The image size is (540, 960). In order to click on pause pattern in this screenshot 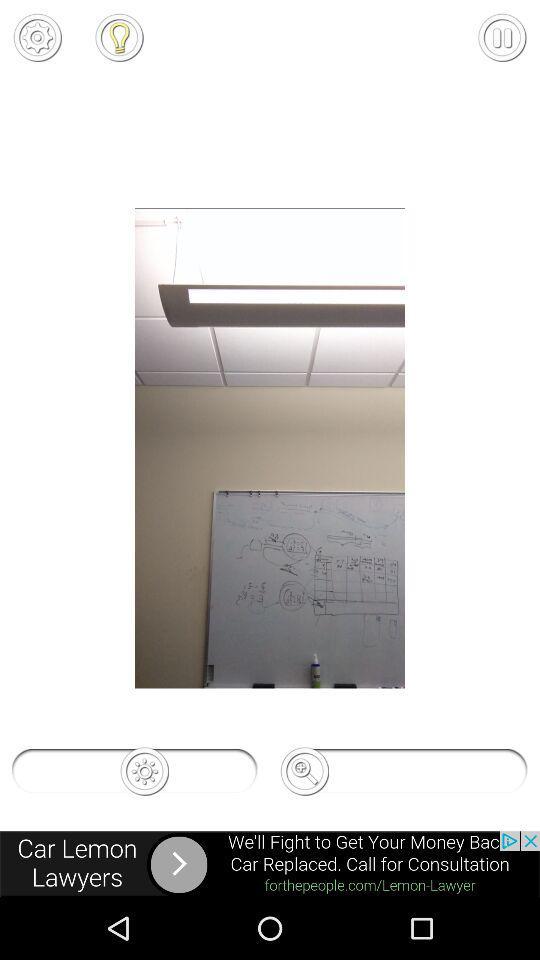, I will do `click(501, 36)`.